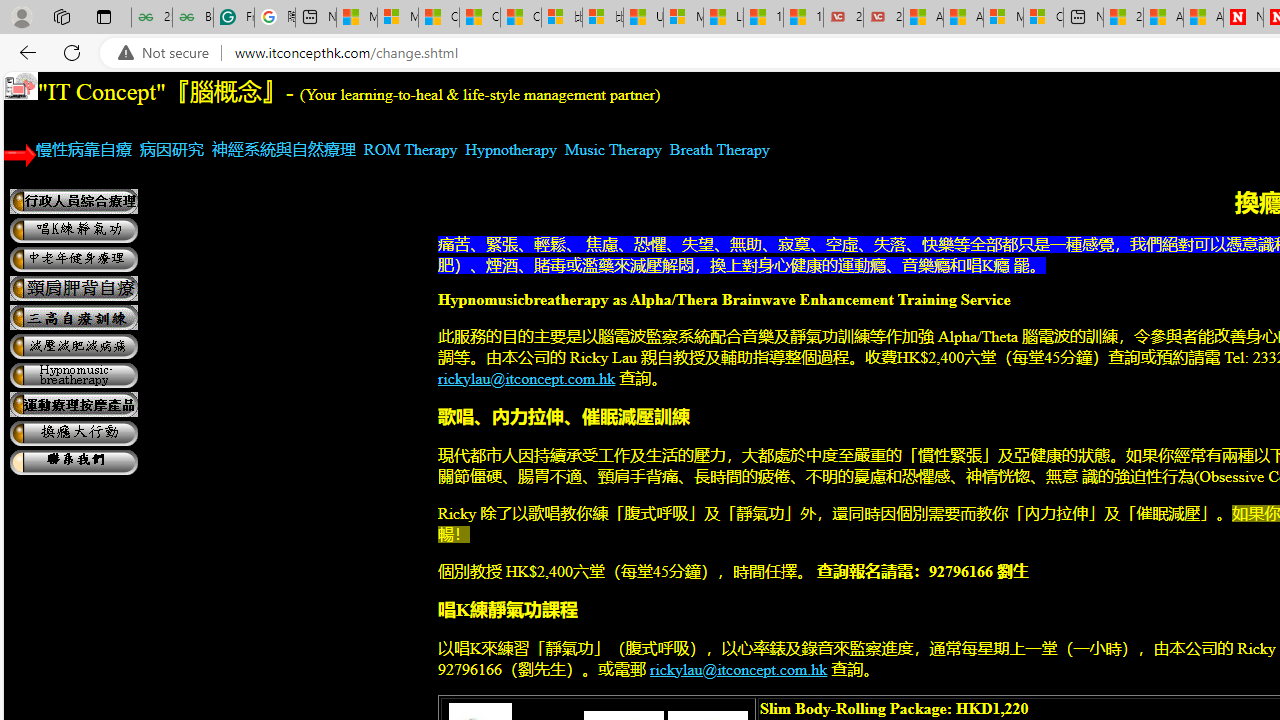 The image size is (1280, 720). What do you see at coordinates (1042, 17) in the screenshot?
I see `'Cloud Computing Services | Microsoft Azure'` at bounding box center [1042, 17].